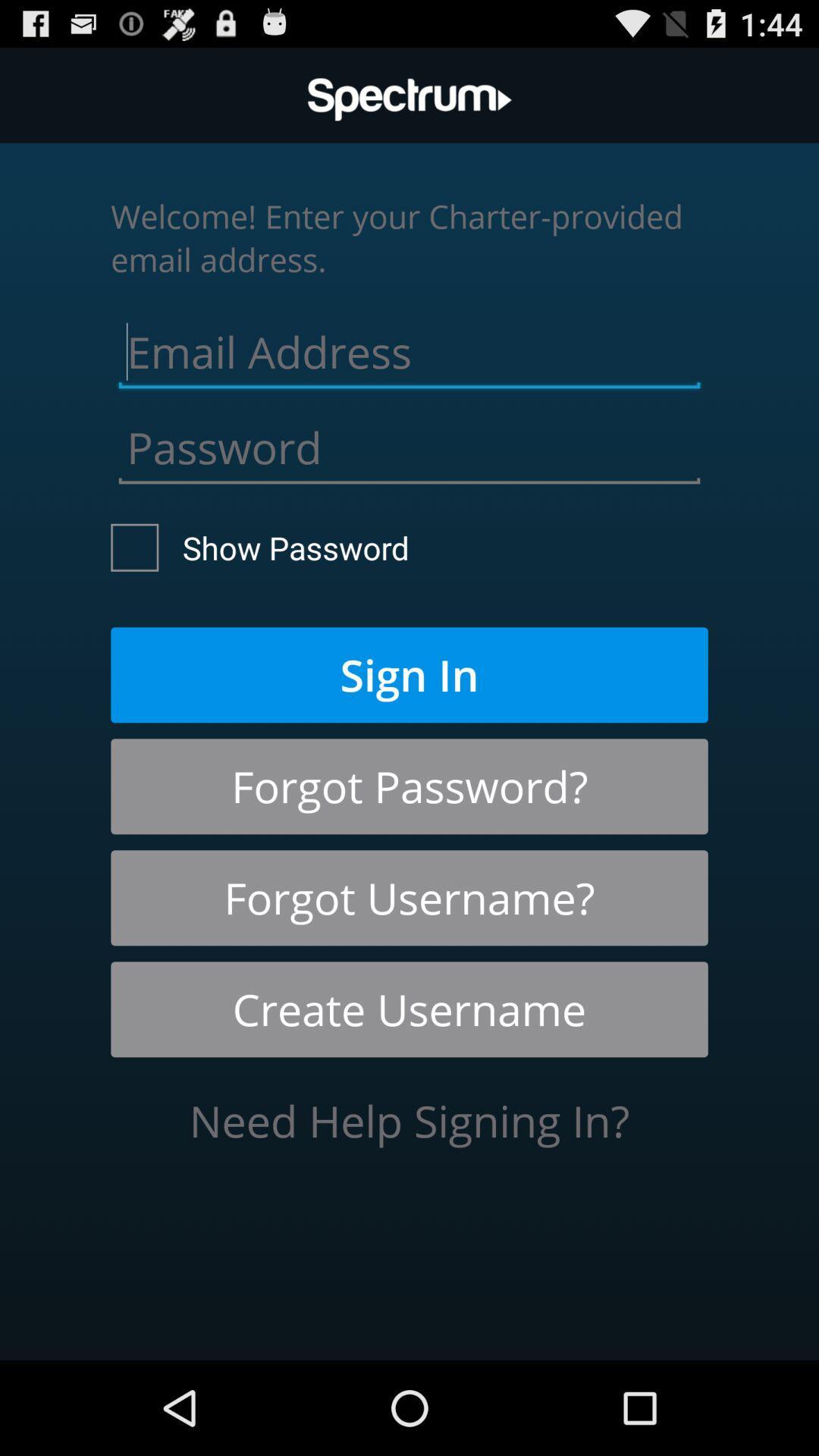  What do you see at coordinates (409, 674) in the screenshot?
I see `sign in item` at bounding box center [409, 674].